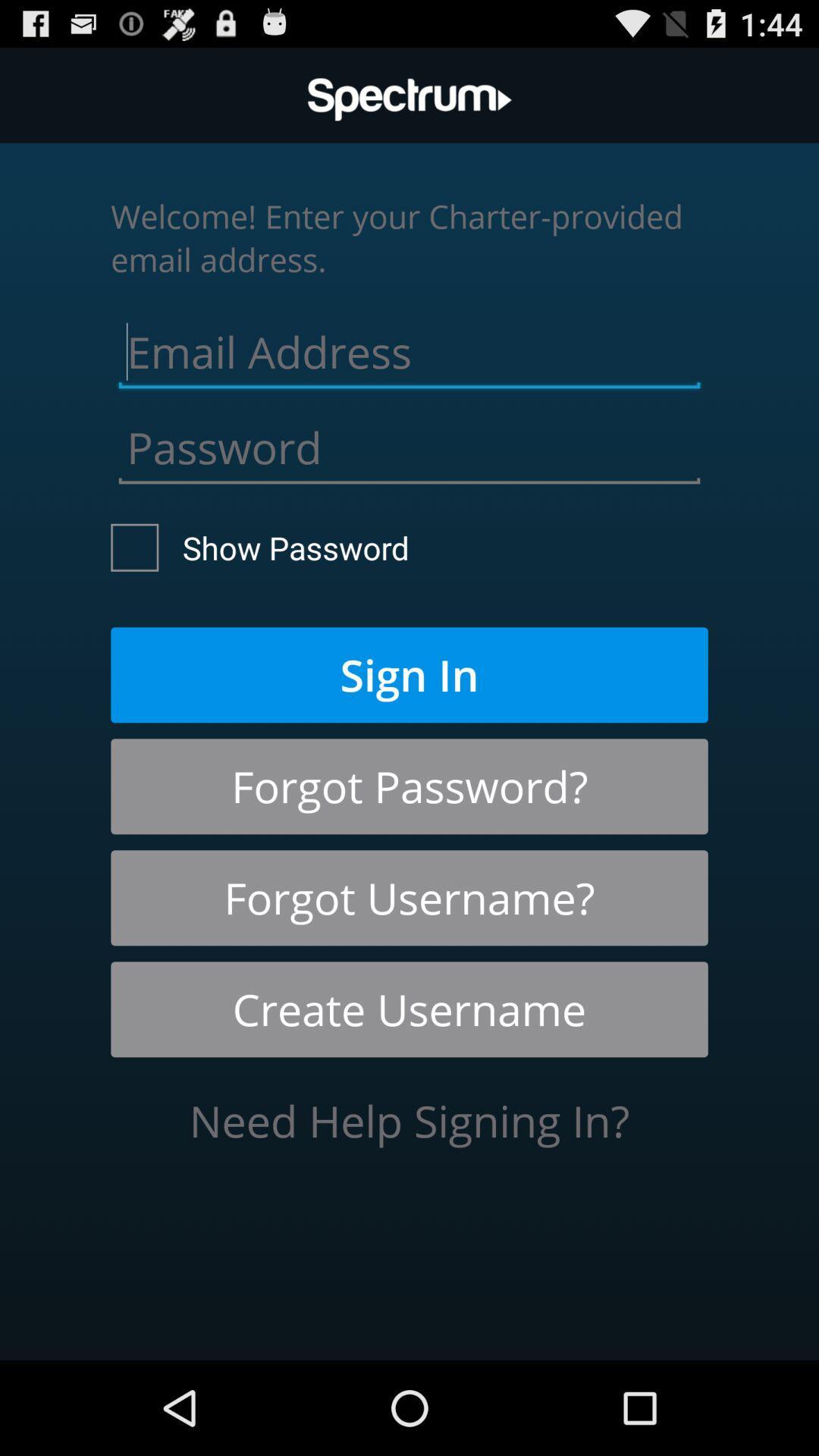  What do you see at coordinates (409, 674) in the screenshot?
I see `sign in item` at bounding box center [409, 674].